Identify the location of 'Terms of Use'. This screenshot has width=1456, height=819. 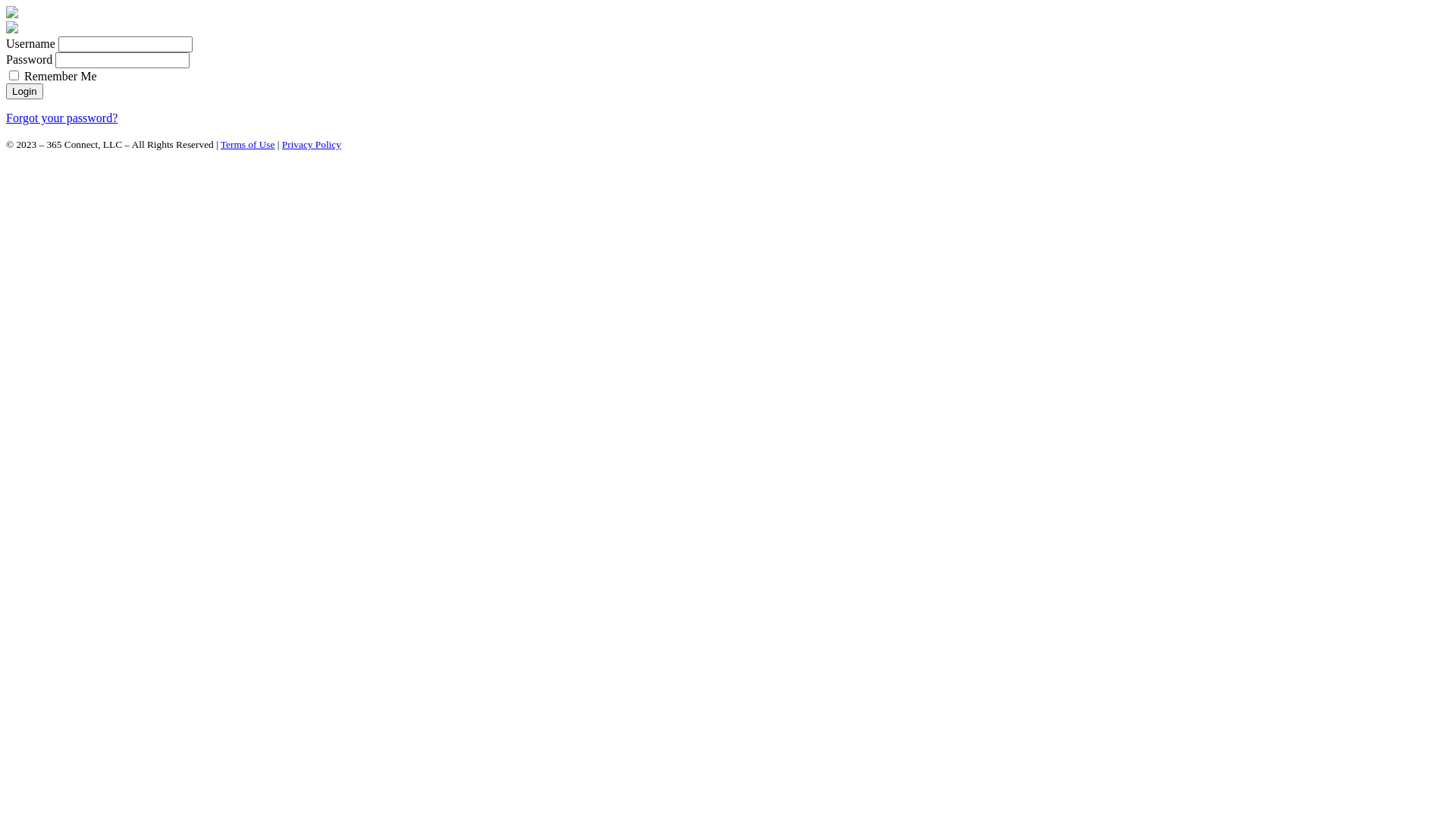
(247, 144).